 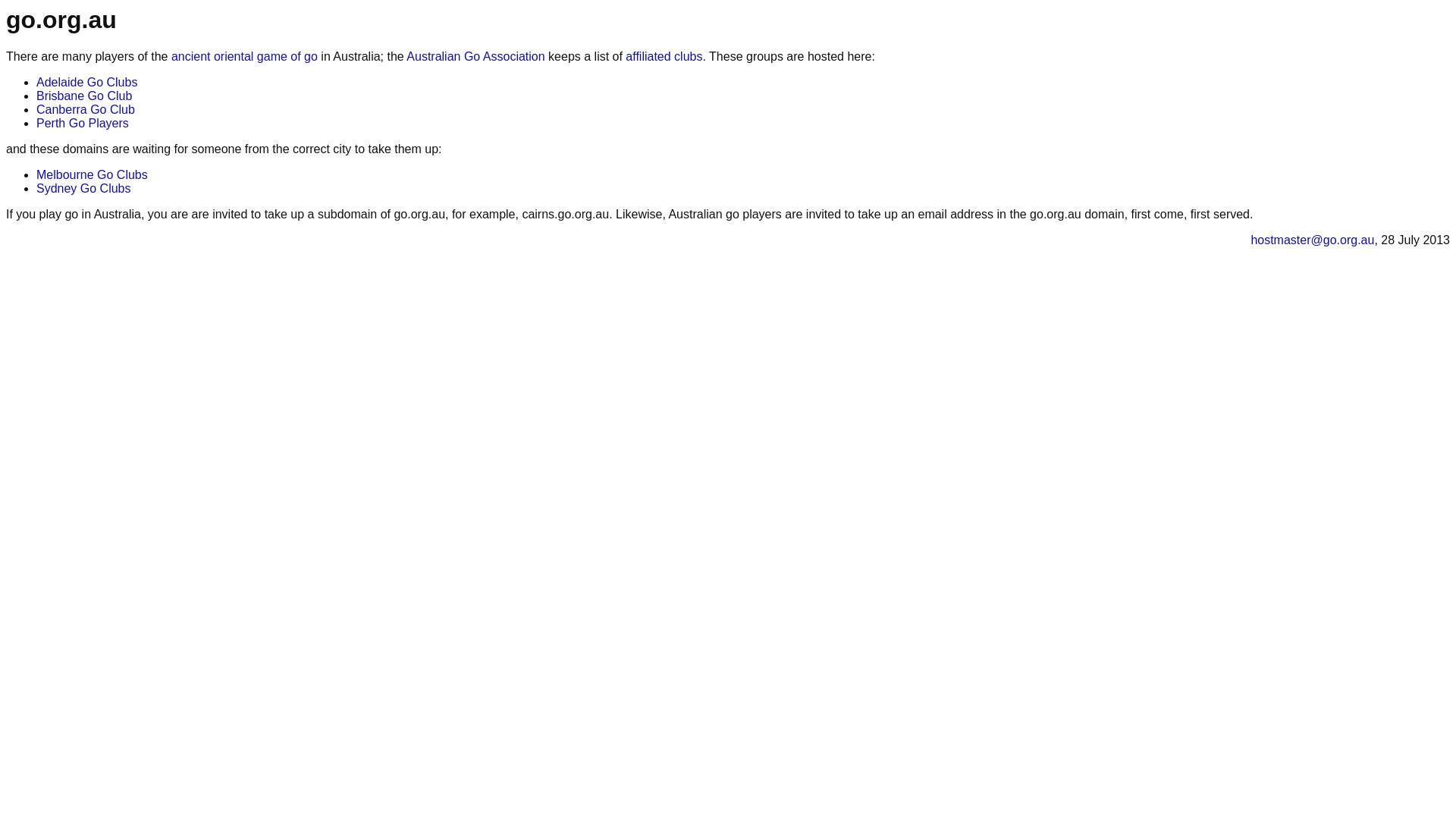 I want to click on 'hostmaster@go.org.au', so click(x=1311, y=239).